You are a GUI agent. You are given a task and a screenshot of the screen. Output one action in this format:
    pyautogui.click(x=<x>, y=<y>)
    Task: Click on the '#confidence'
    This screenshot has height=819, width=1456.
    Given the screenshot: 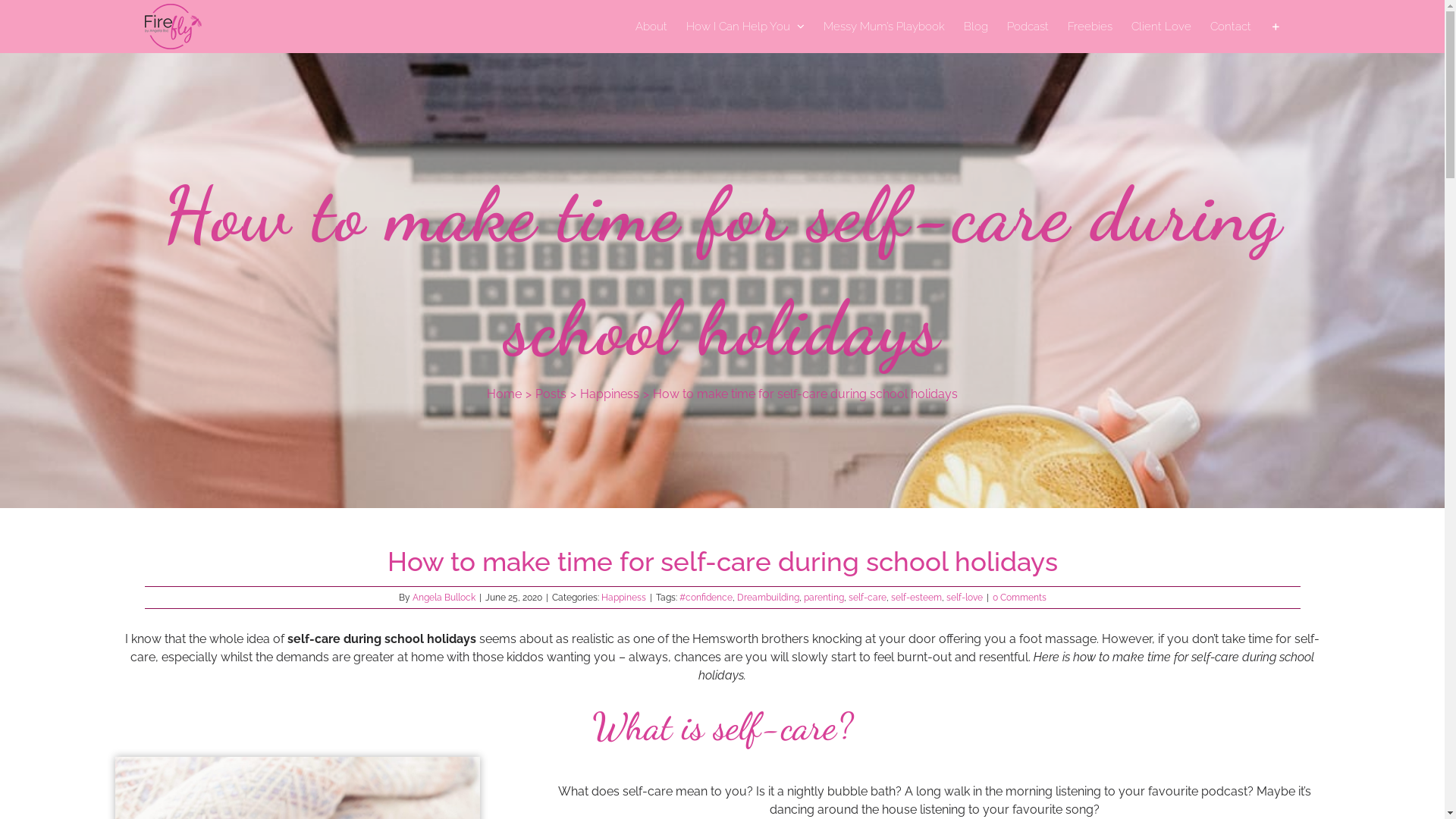 What is the action you would take?
    pyautogui.click(x=679, y=596)
    